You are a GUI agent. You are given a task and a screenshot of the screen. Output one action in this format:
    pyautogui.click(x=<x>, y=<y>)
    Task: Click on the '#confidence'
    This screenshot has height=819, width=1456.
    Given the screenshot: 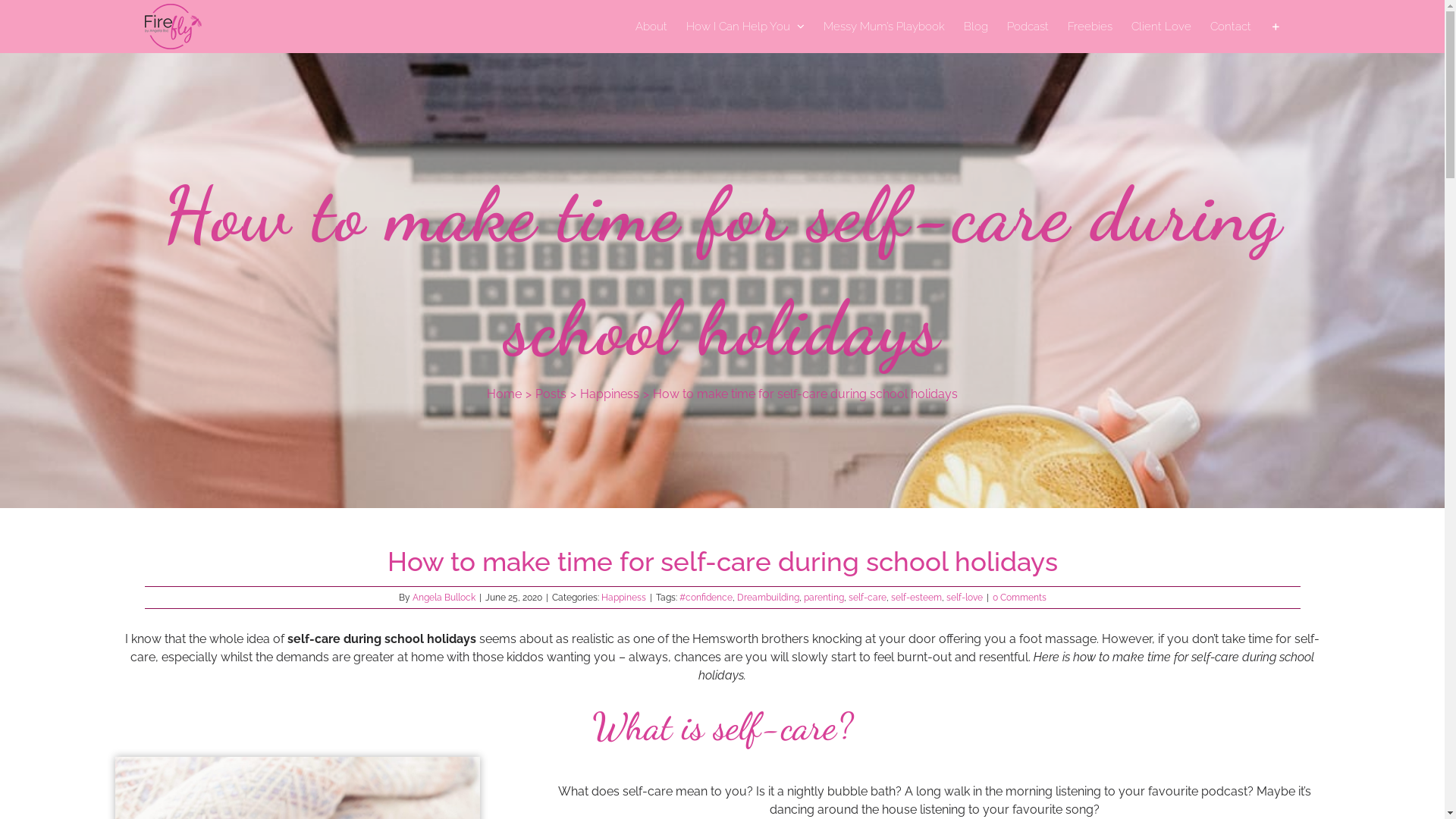 What is the action you would take?
    pyautogui.click(x=679, y=596)
    